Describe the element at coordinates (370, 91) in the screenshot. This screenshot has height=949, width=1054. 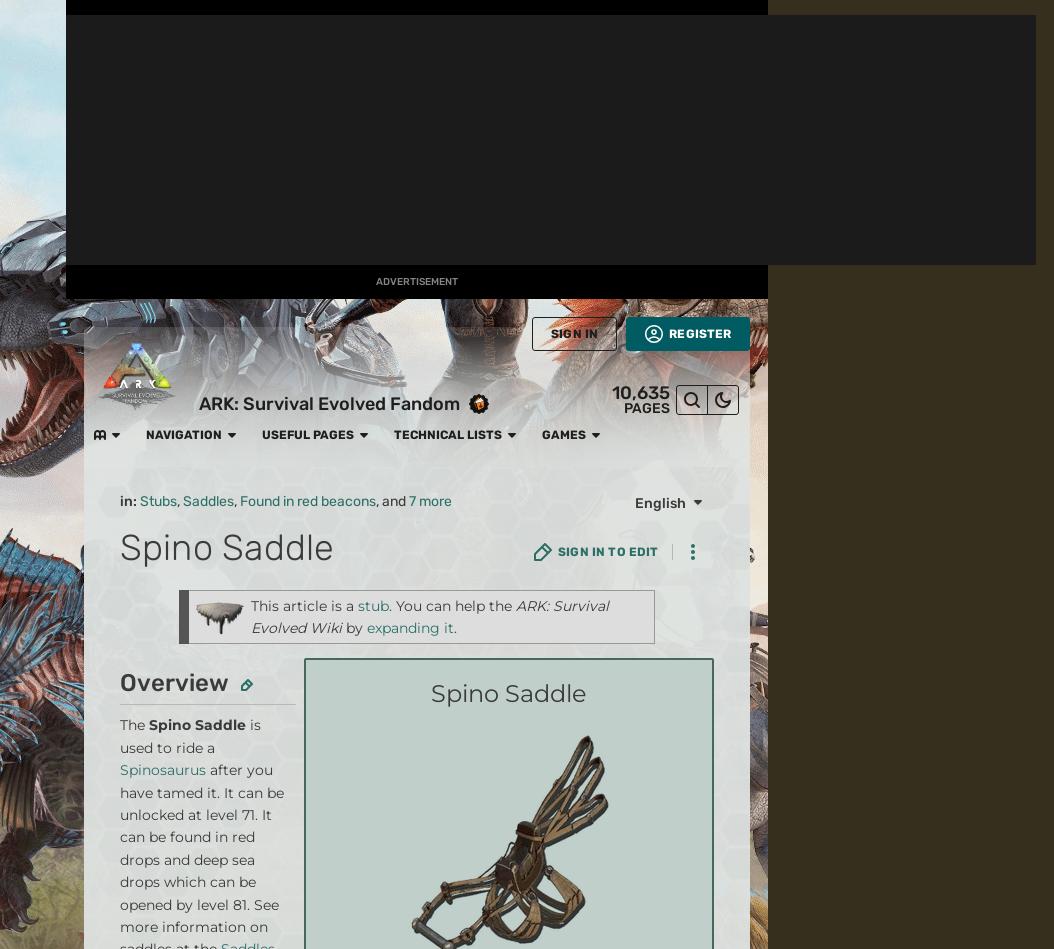
I see `'Hatch/Gestation'` at that location.